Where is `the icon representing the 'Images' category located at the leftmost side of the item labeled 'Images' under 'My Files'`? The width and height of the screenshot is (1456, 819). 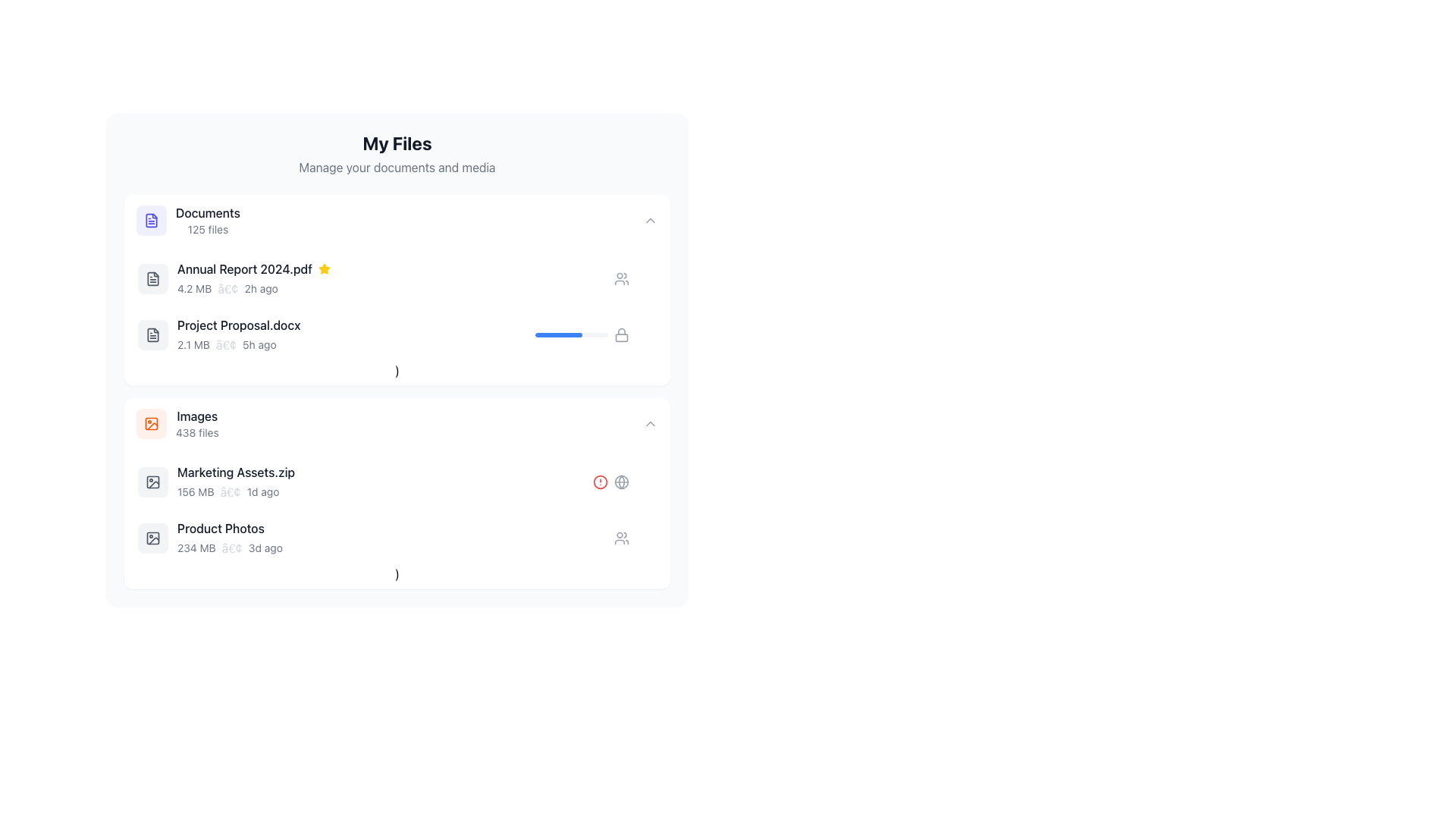 the icon representing the 'Images' category located at the leftmost side of the item labeled 'Images' under 'My Files' is located at coordinates (152, 424).